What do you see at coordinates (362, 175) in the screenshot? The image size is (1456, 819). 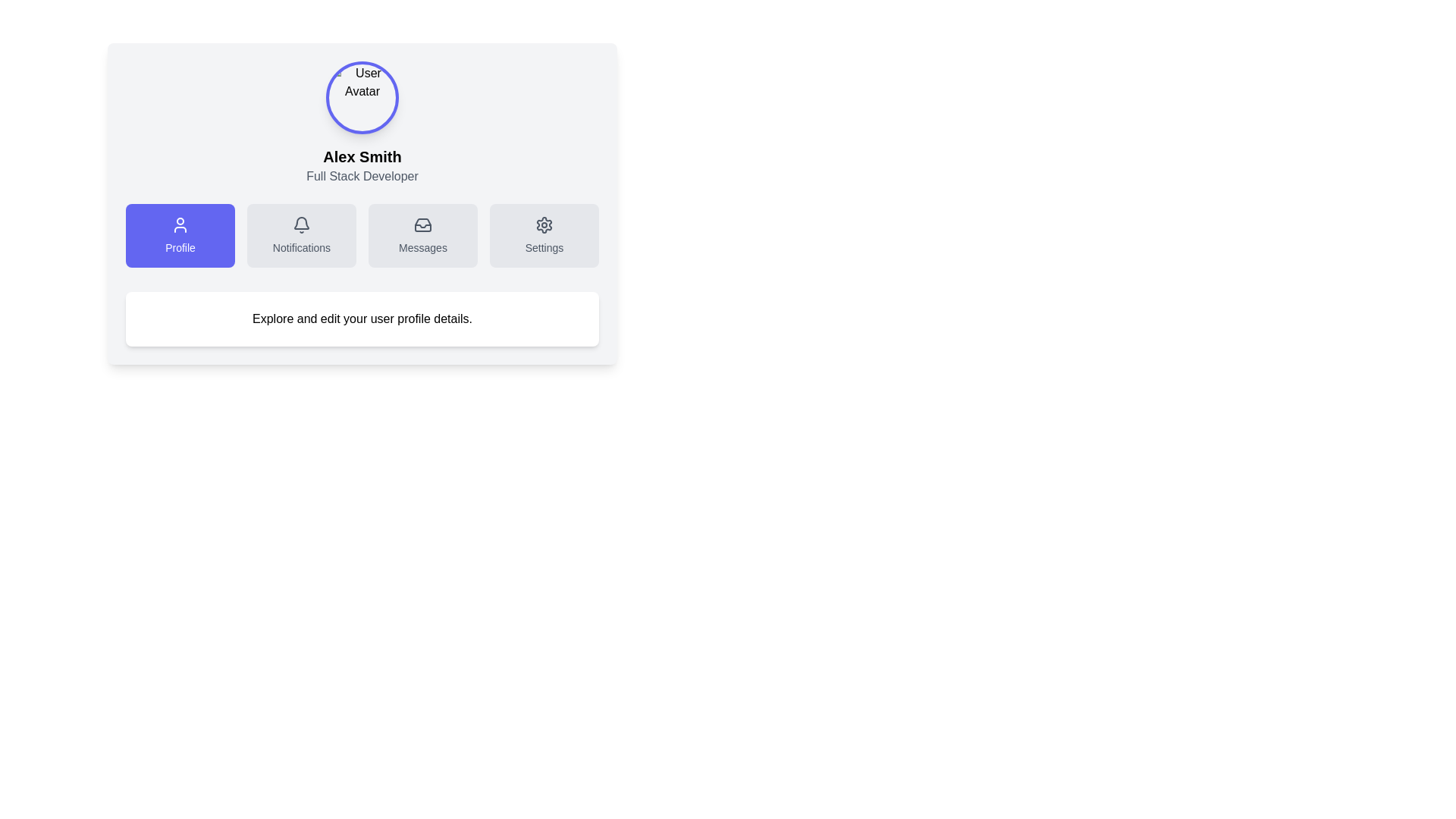 I see `the text label displaying 'Full Stack Developer', which is located below the title 'Alex Smith' and above the interactive buttons in the profile card` at bounding box center [362, 175].